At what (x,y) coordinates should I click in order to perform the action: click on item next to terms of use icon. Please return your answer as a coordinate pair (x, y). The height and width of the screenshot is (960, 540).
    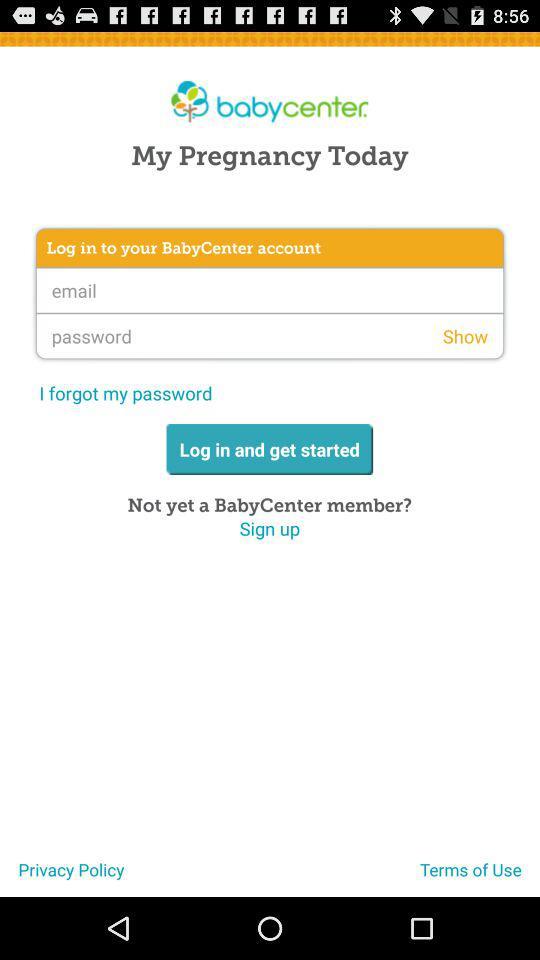
    Looking at the image, I should click on (62, 876).